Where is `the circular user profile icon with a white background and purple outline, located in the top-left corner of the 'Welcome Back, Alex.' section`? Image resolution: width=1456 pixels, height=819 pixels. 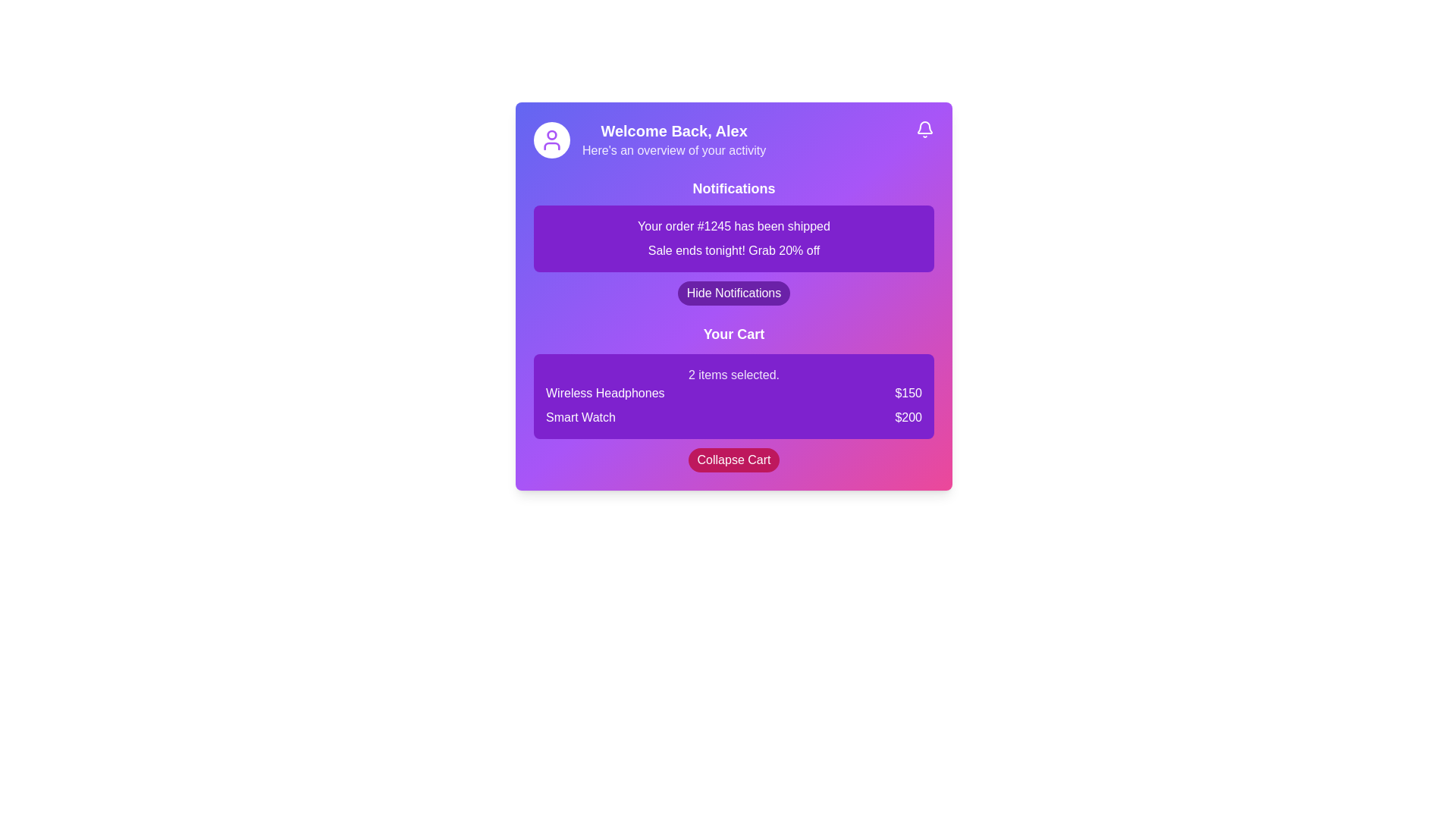
the circular user profile icon with a white background and purple outline, located in the top-left corner of the 'Welcome Back, Alex.' section is located at coordinates (551, 140).